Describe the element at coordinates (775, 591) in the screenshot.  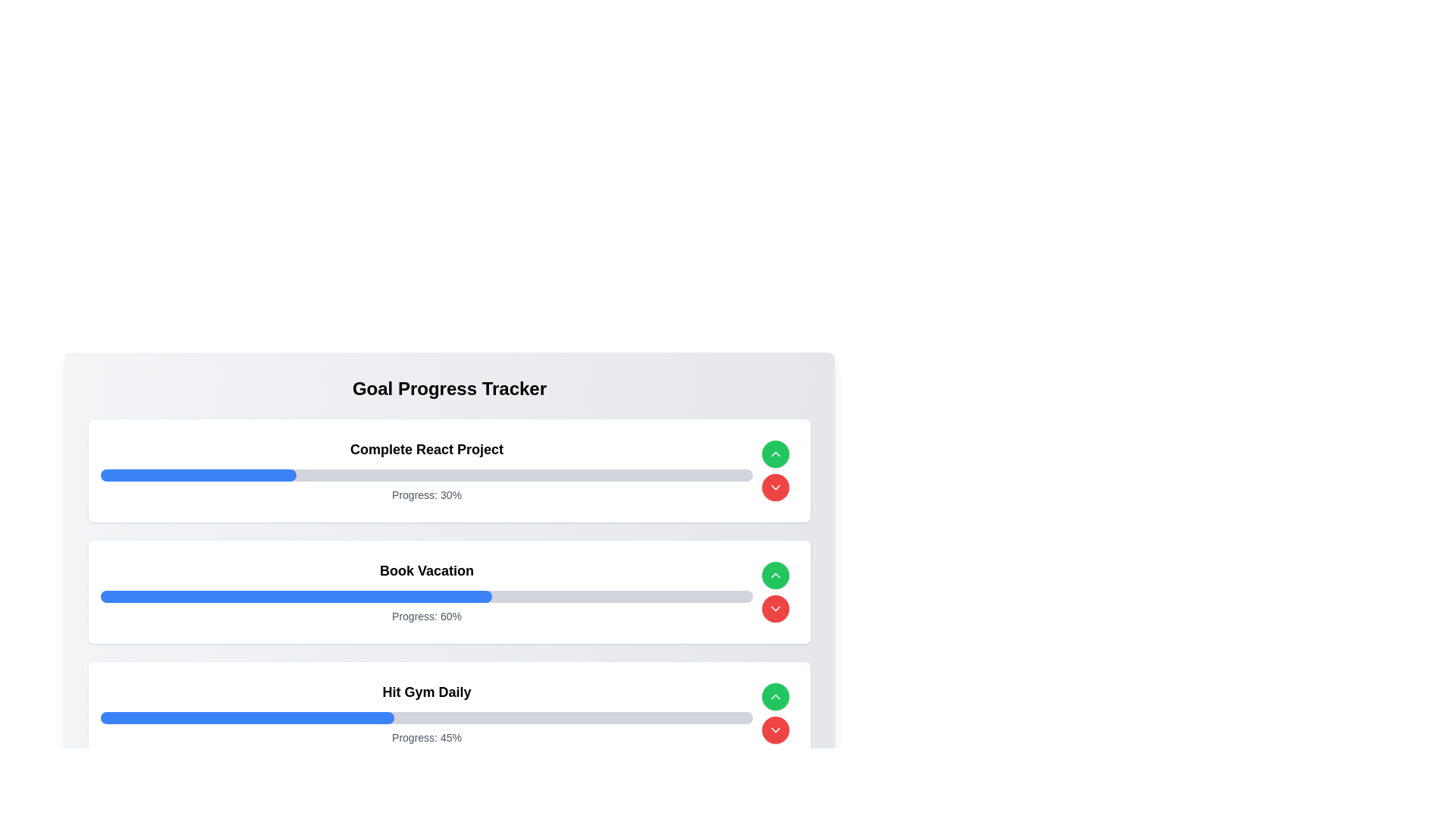
I see `the green button in the vertical button stack with chevron icons located to the right side of the 'Book Vacation - Progress: 60%' card` at that location.